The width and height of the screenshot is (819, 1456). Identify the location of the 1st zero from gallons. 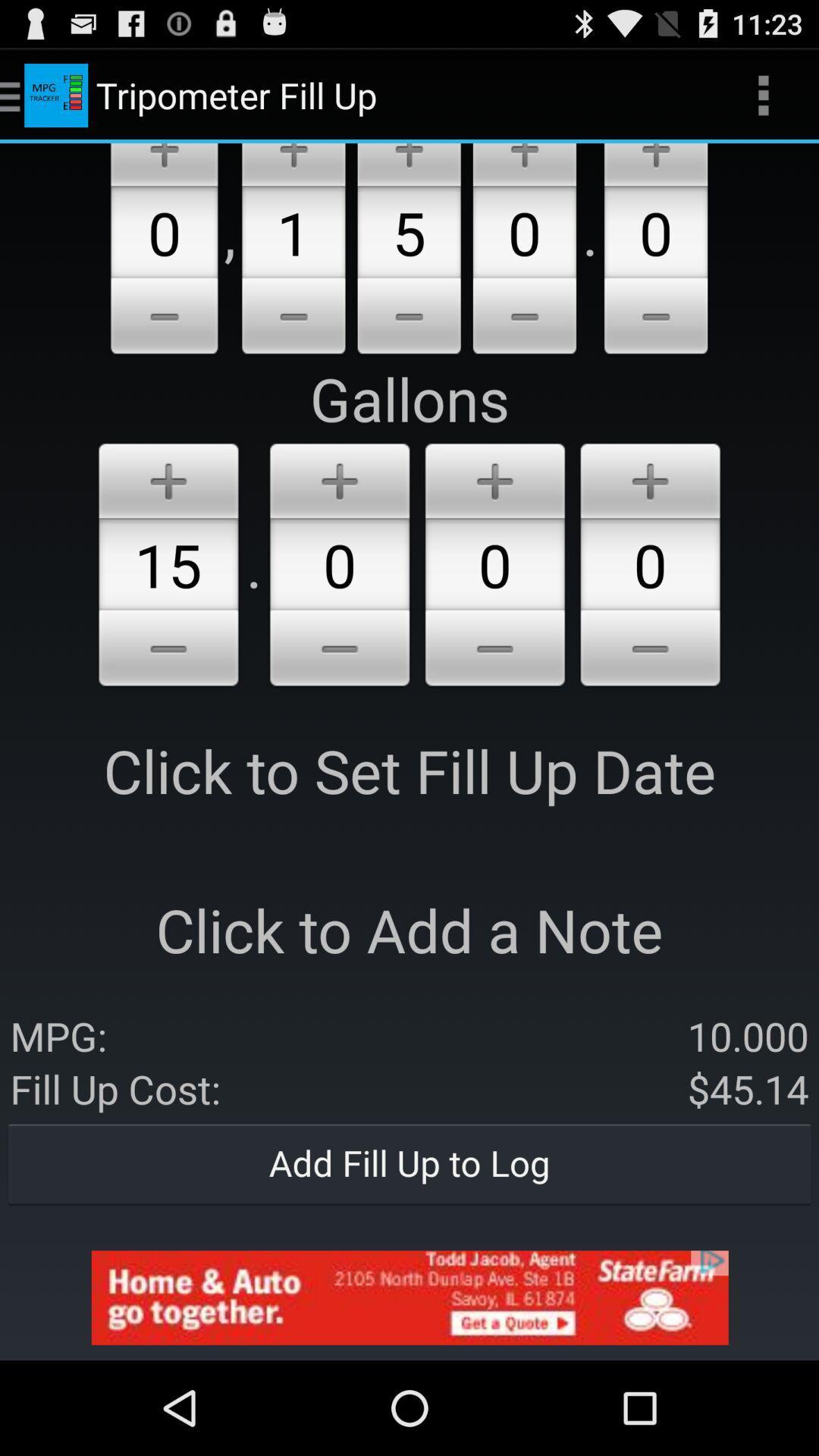
(339, 563).